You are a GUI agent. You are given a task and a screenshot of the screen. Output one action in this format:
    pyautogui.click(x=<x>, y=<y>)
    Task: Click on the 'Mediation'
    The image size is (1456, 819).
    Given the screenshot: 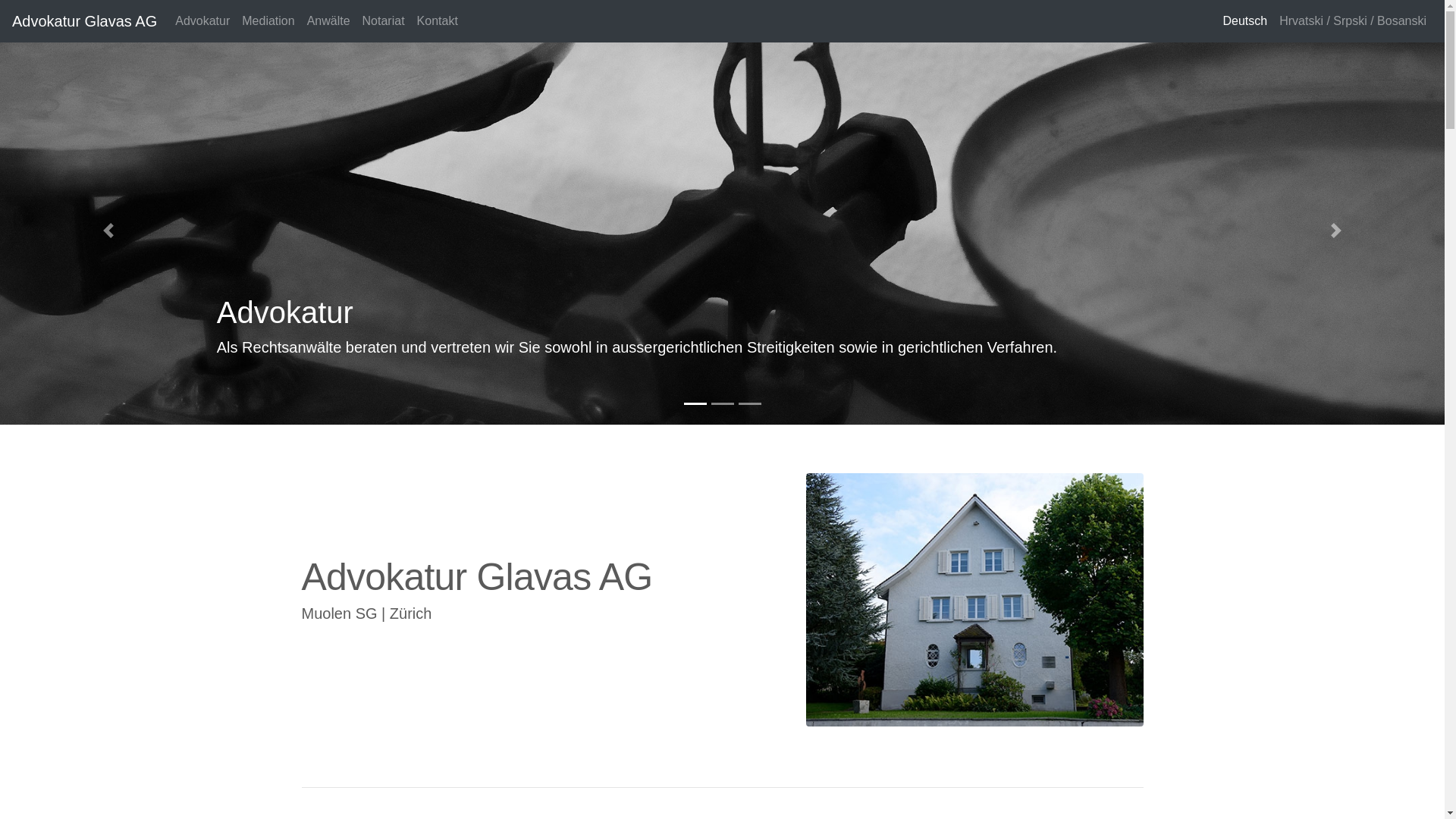 What is the action you would take?
    pyautogui.click(x=268, y=20)
    